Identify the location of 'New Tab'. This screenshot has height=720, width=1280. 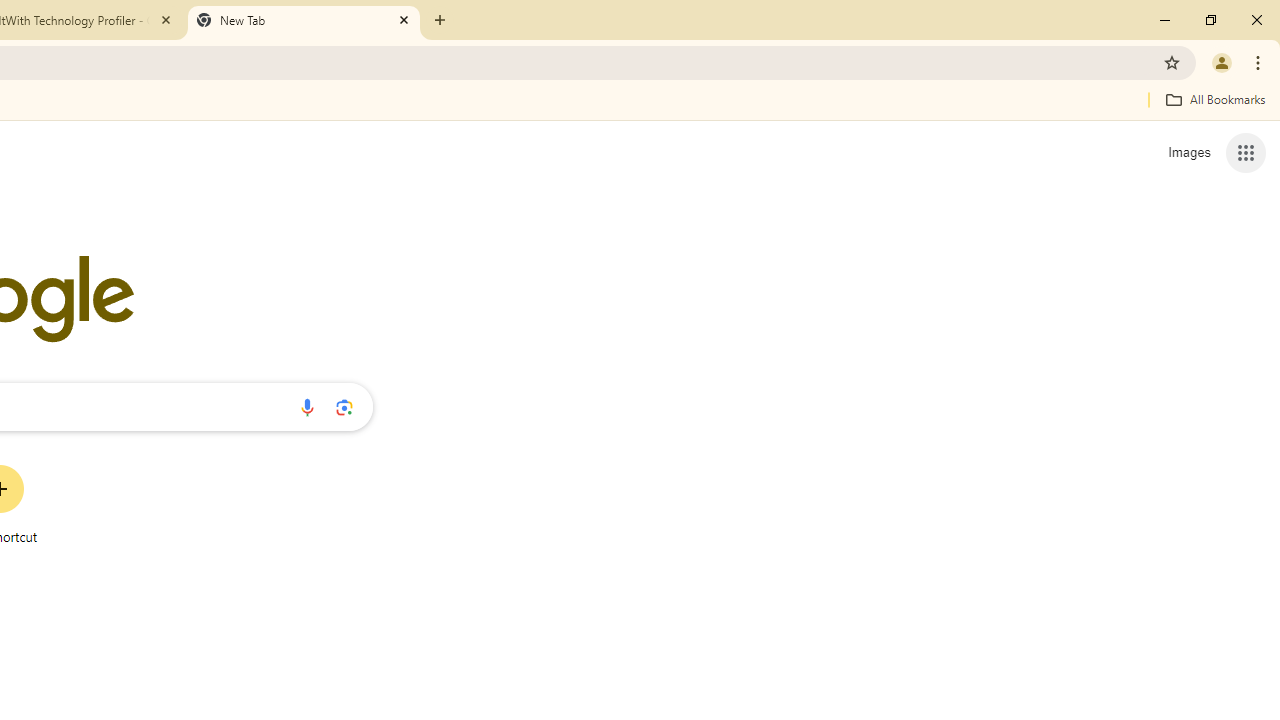
(303, 20).